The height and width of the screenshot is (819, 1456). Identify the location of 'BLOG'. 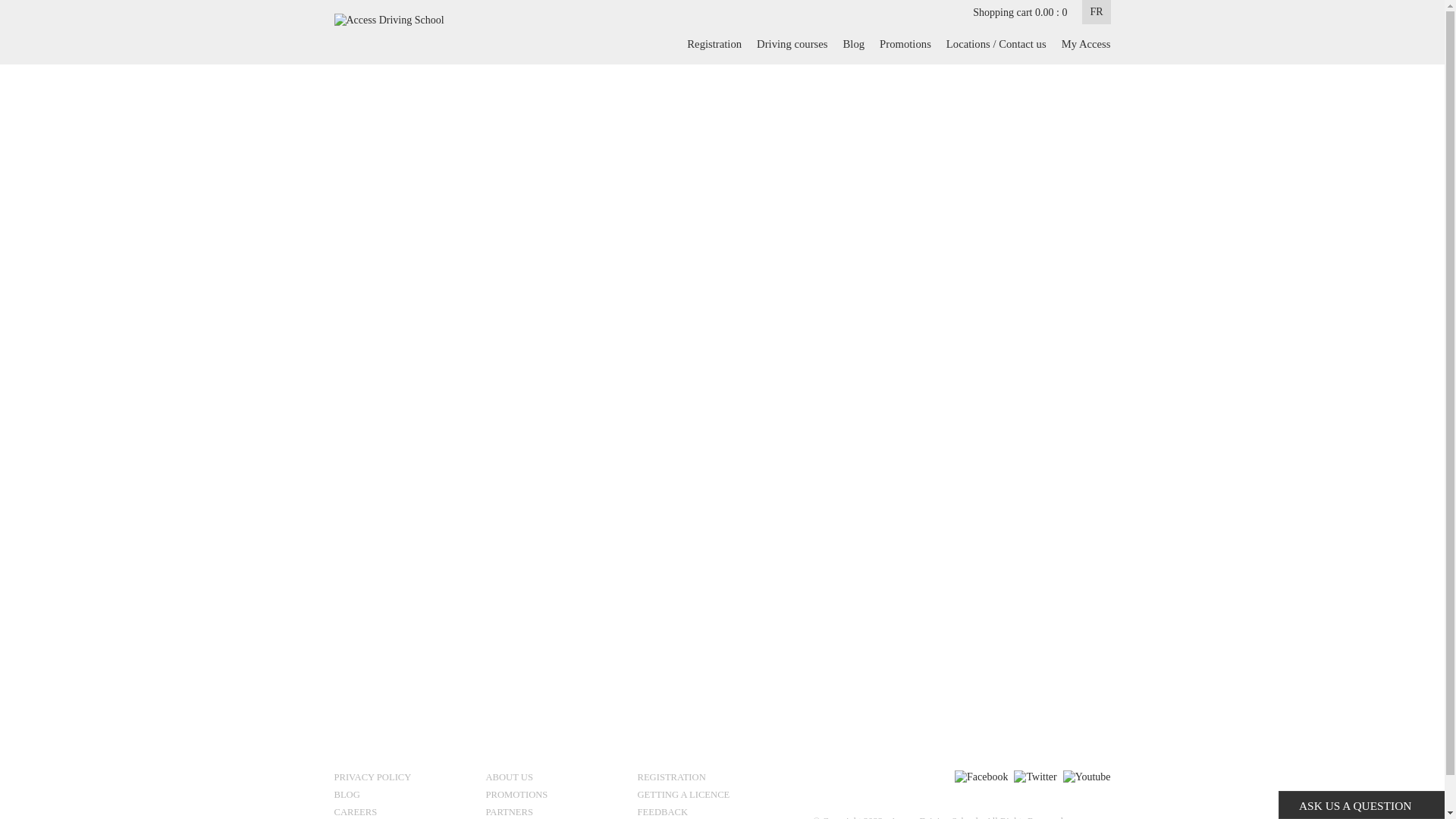
(403, 795).